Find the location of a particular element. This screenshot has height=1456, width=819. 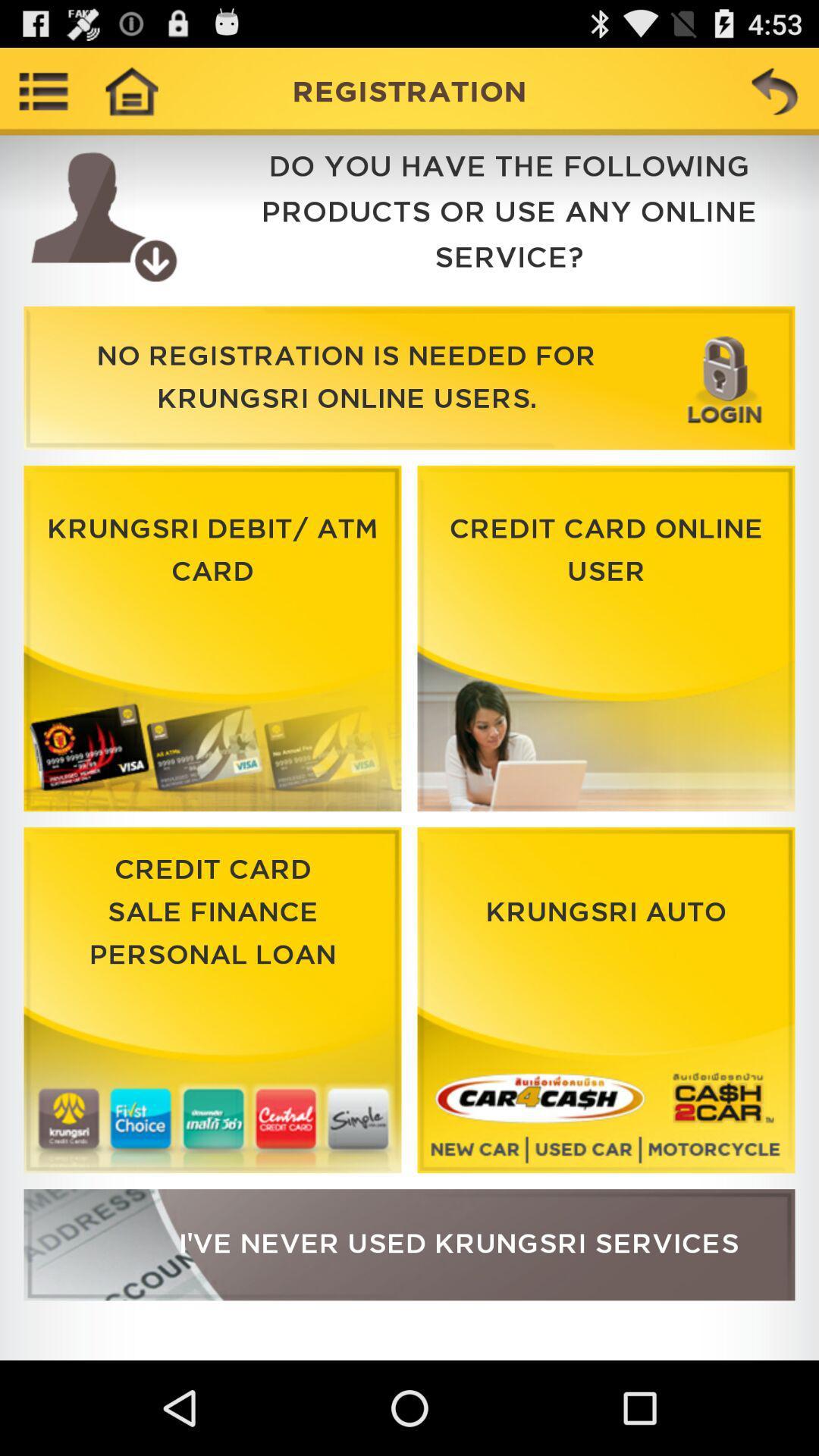

register with credit card sale finance personal loan option is located at coordinates (212, 1000).